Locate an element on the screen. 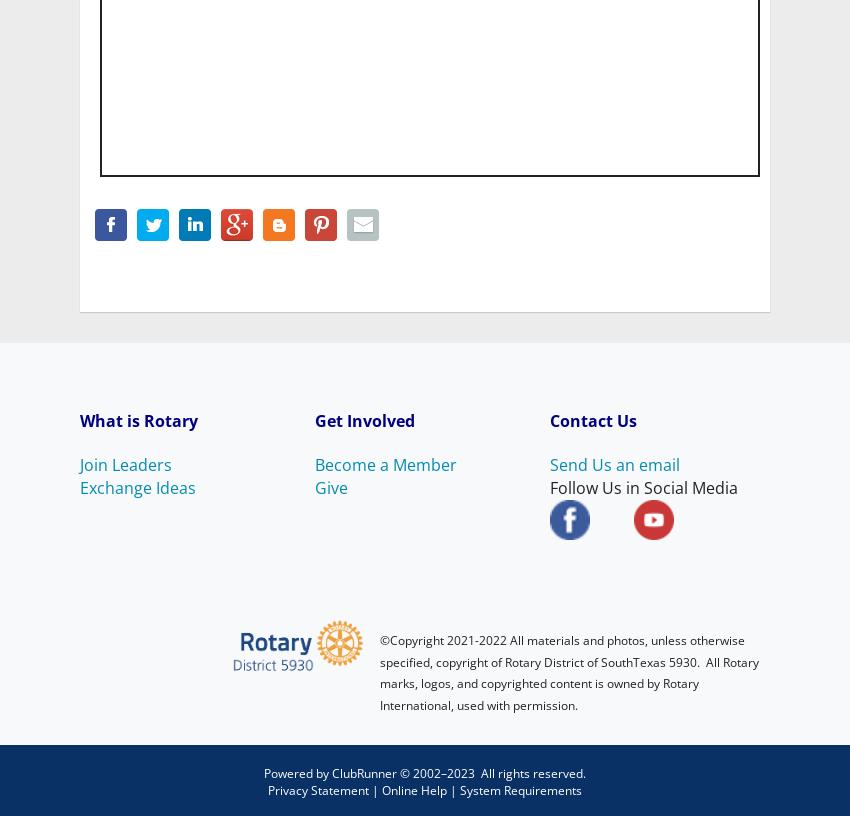 This screenshot has height=816, width=850. 'Give' is located at coordinates (331, 485).